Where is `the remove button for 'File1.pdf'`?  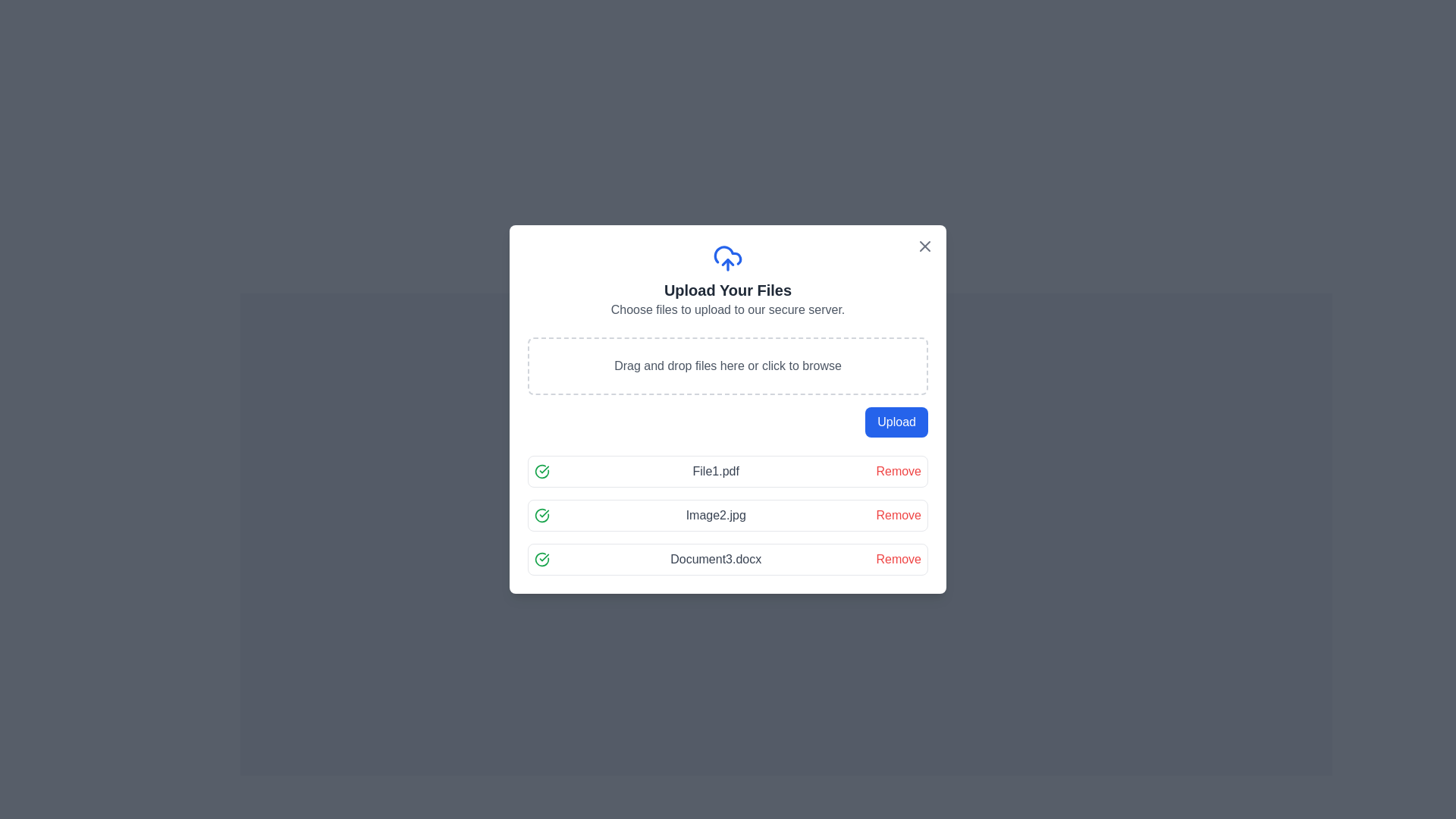 the remove button for 'File1.pdf' is located at coordinates (899, 470).